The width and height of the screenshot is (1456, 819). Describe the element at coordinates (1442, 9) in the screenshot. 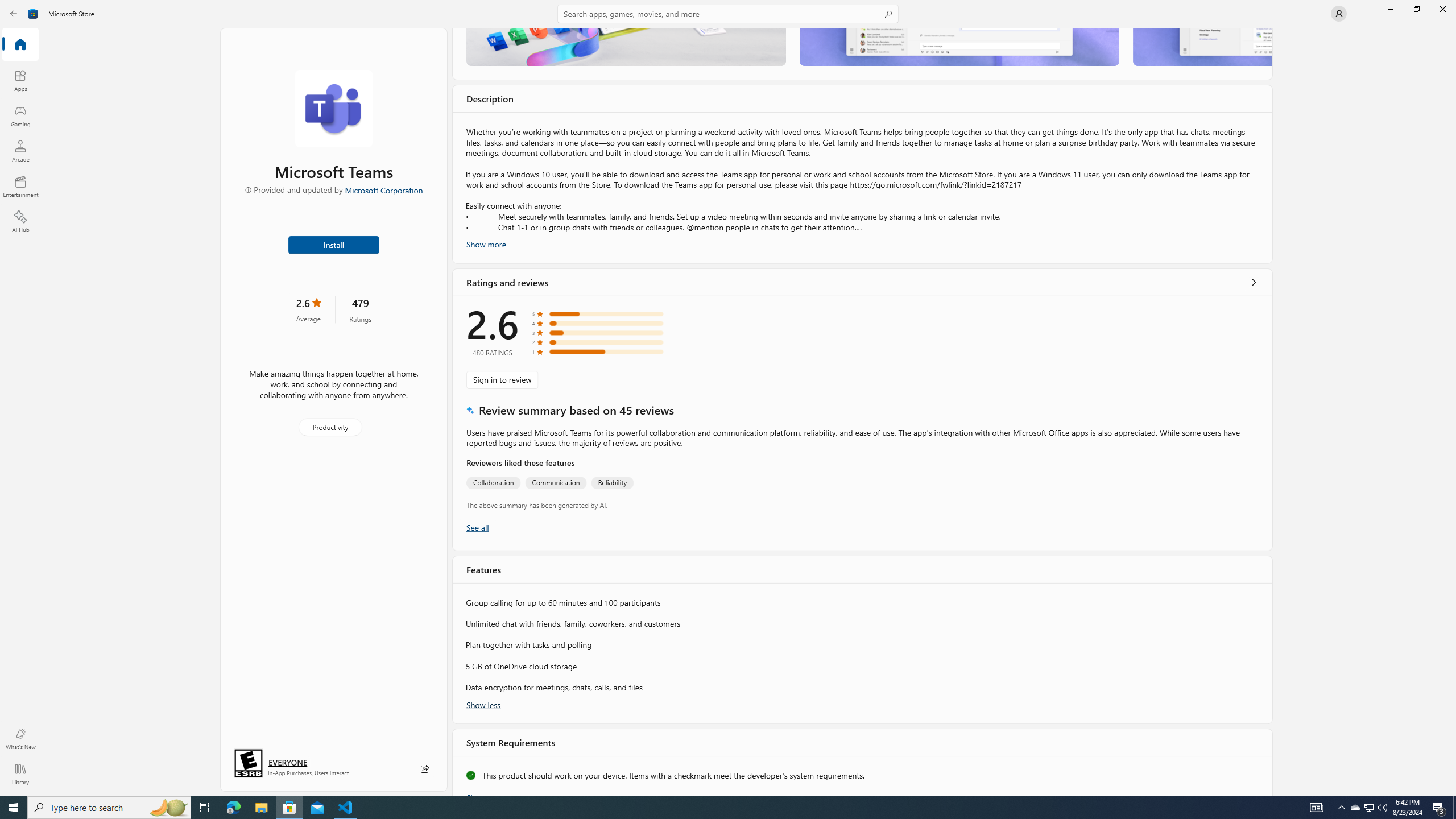

I see `'Close Microsoft Store'` at that location.